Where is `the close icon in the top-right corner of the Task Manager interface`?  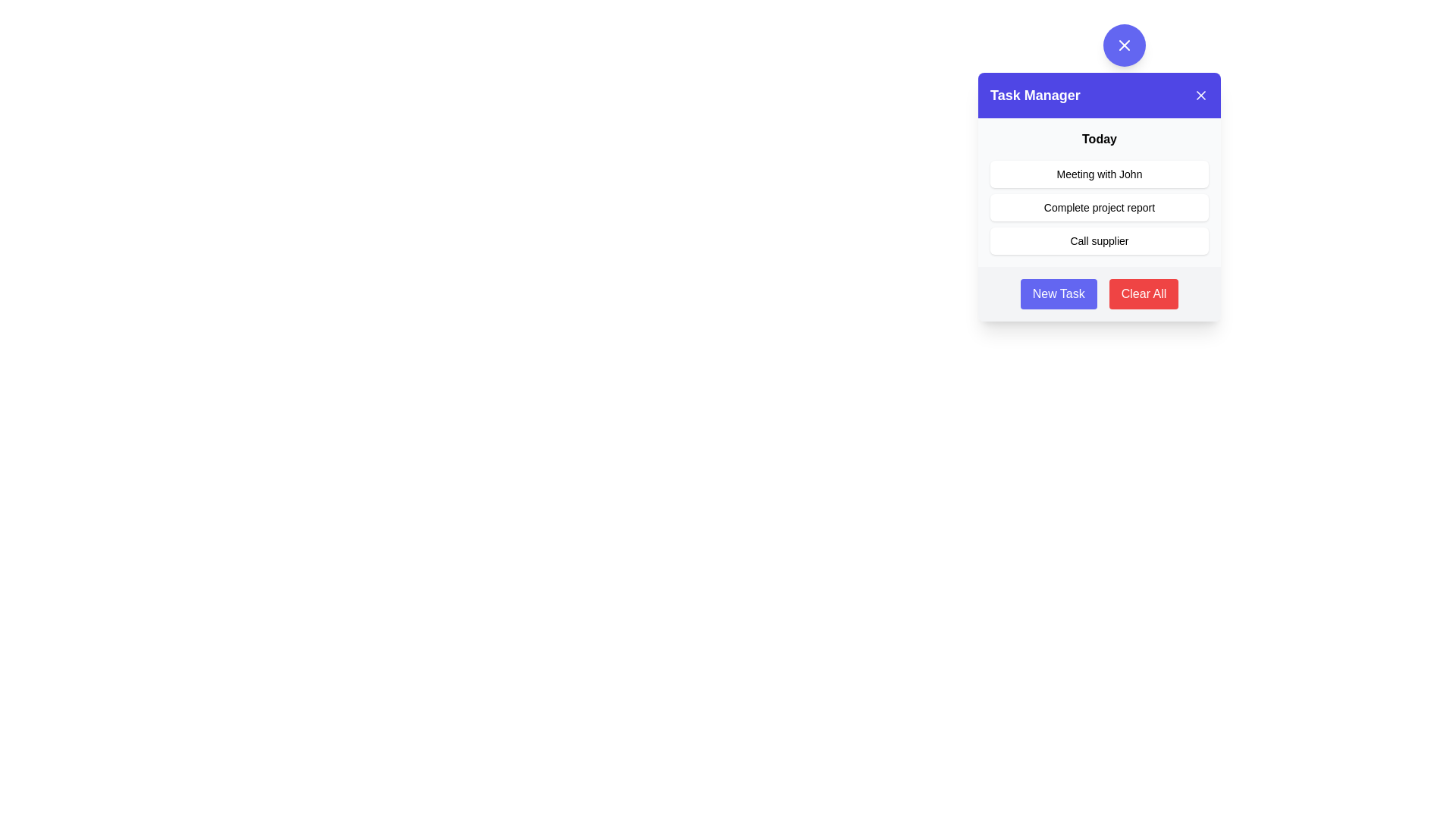 the close icon in the top-right corner of the Task Manager interface is located at coordinates (1124, 45).